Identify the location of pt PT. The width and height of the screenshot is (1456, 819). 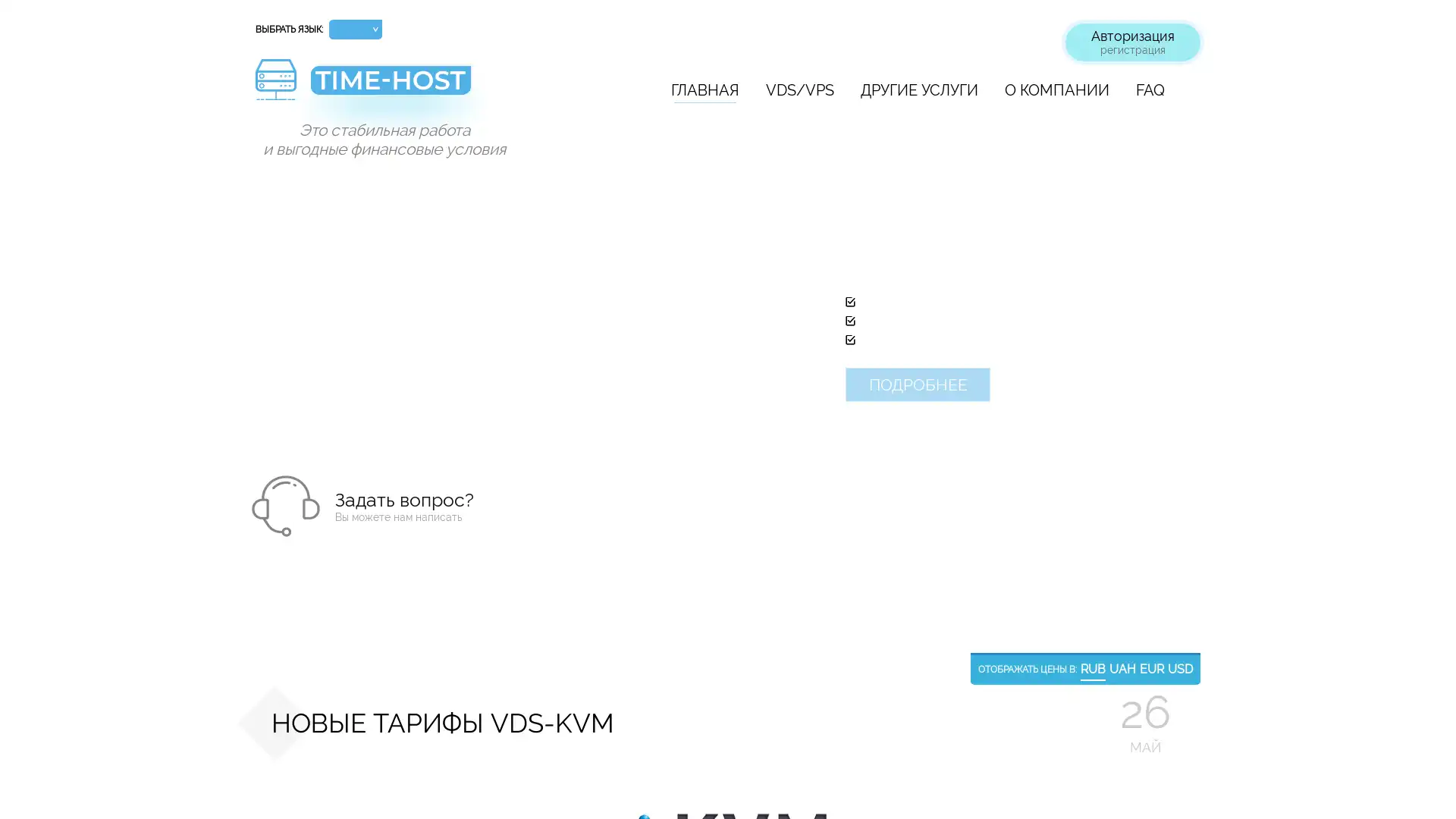
(355, 127).